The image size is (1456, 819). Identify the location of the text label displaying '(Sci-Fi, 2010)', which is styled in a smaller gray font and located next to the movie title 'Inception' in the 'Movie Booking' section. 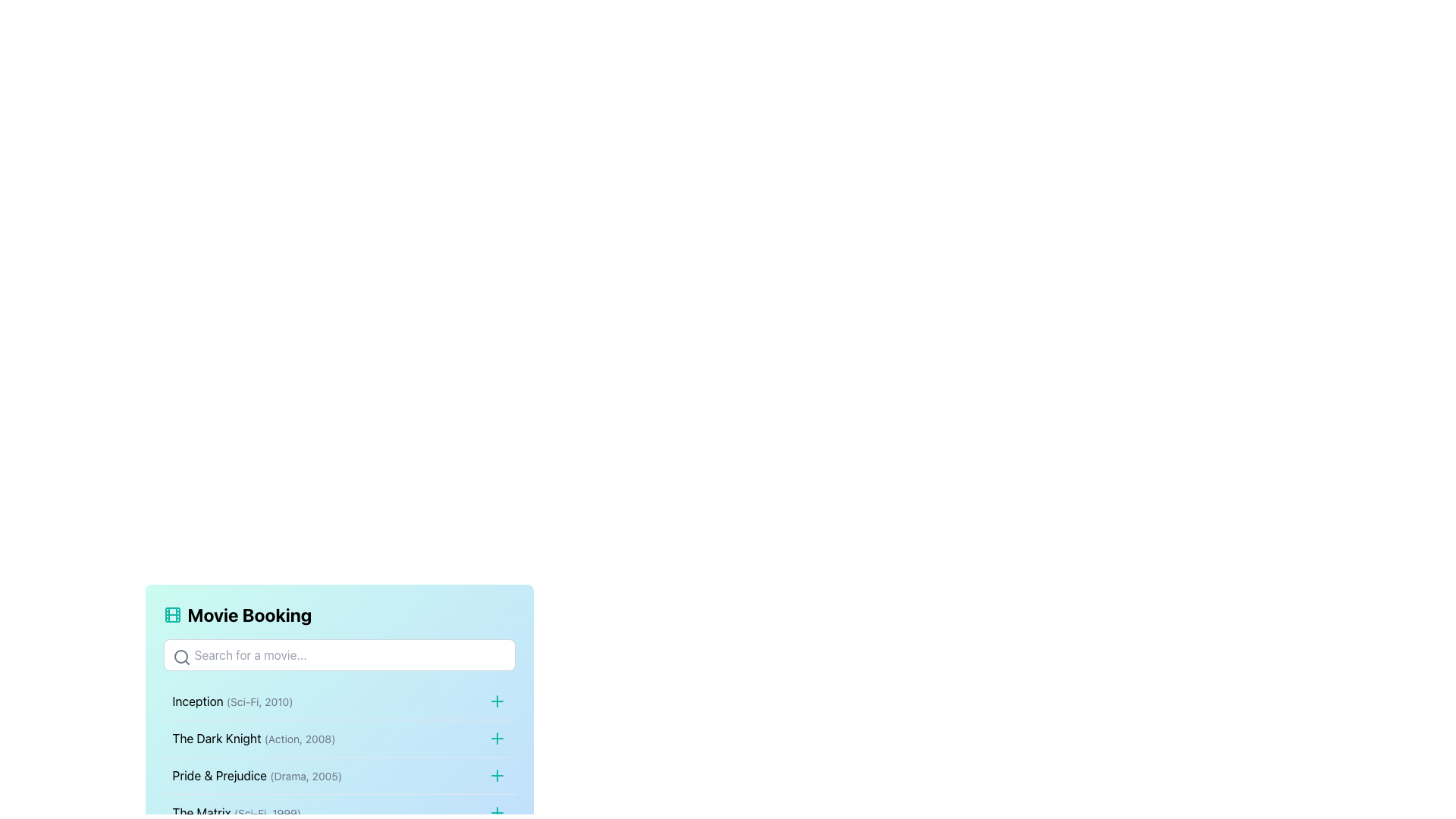
(259, 701).